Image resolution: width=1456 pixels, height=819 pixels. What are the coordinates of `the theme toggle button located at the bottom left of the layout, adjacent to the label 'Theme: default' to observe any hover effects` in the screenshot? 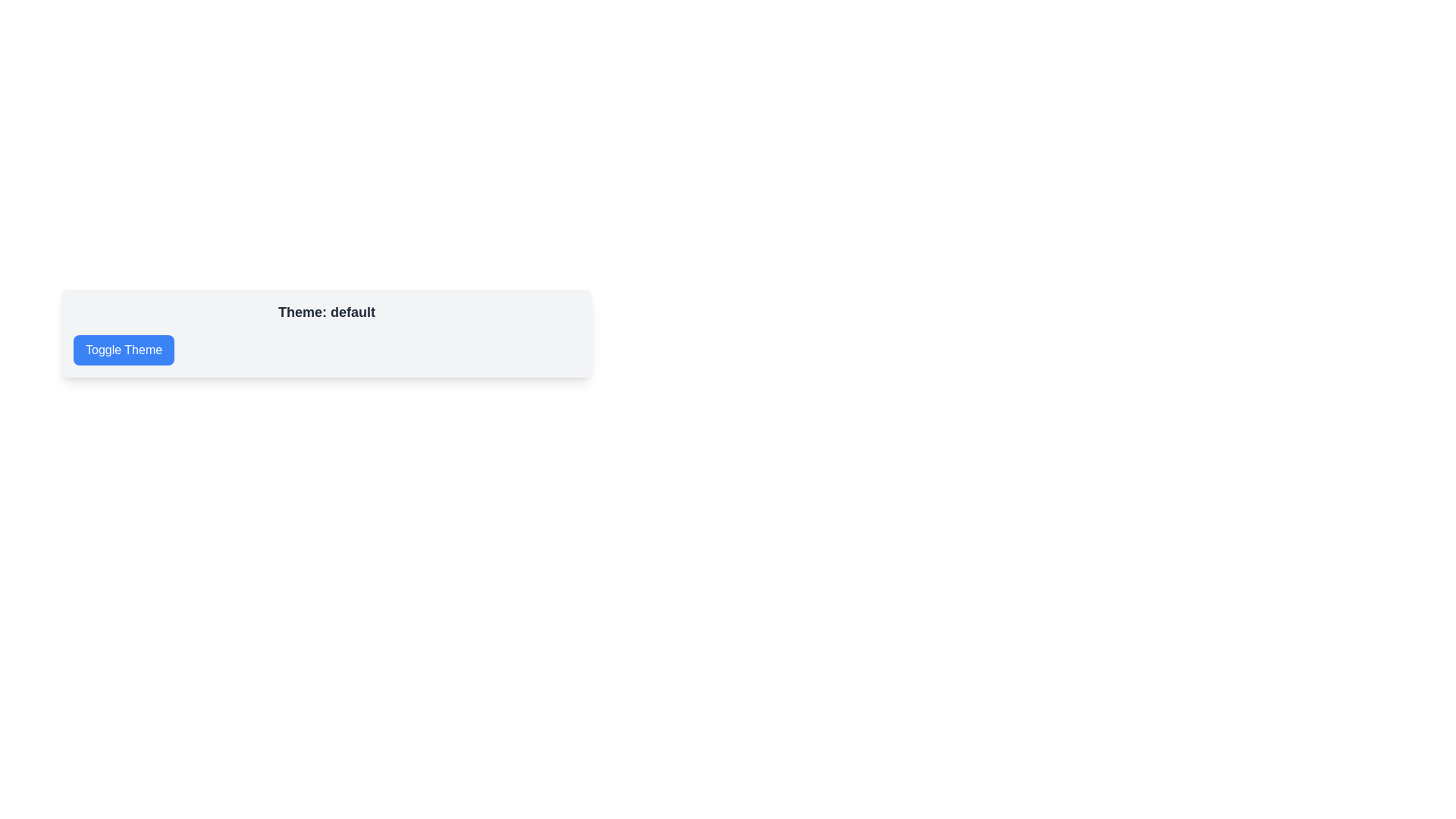 It's located at (124, 350).